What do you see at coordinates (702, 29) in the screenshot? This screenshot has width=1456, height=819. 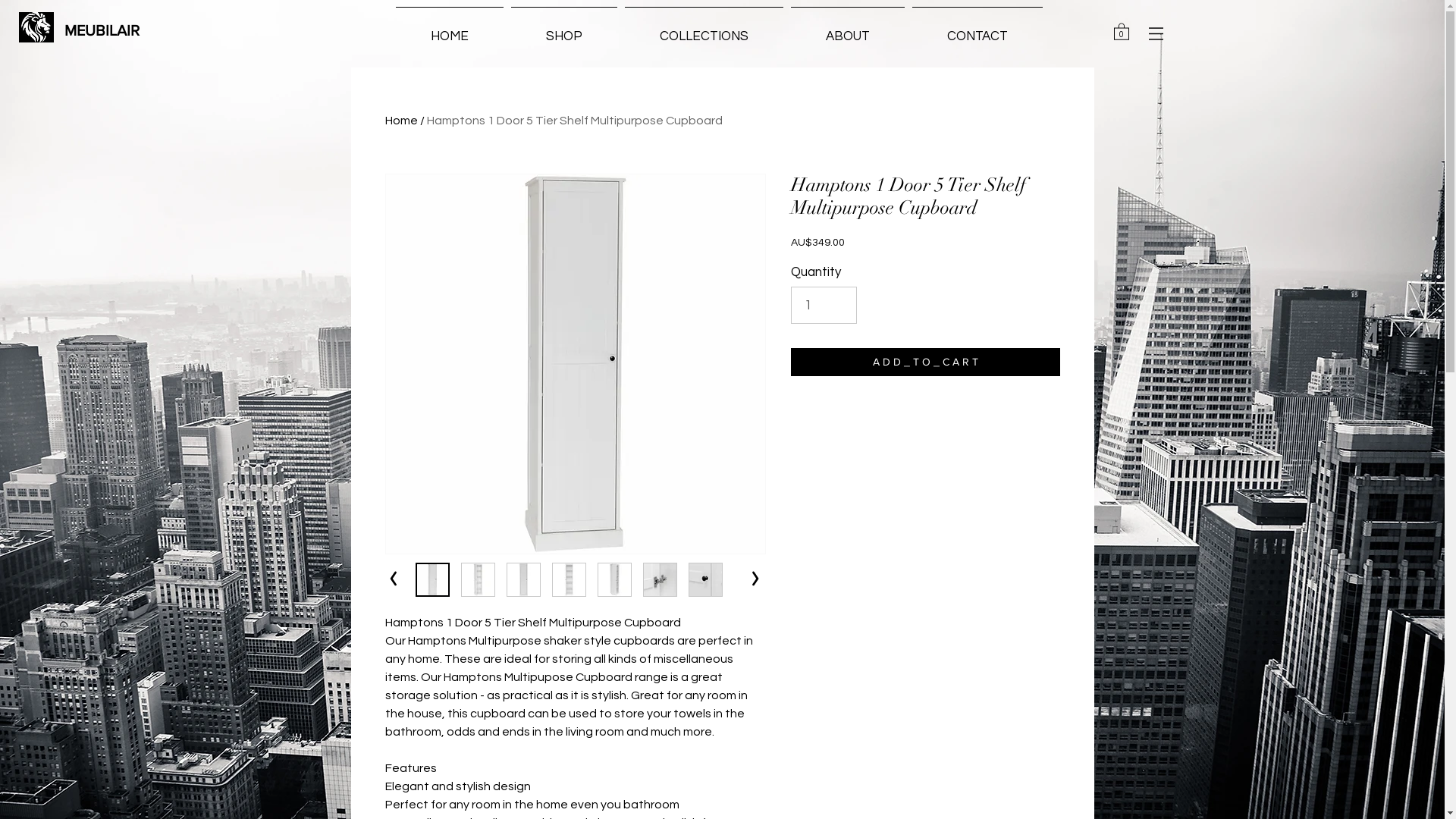 I see `'COLLECTIONS'` at bounding box center [702, 29].